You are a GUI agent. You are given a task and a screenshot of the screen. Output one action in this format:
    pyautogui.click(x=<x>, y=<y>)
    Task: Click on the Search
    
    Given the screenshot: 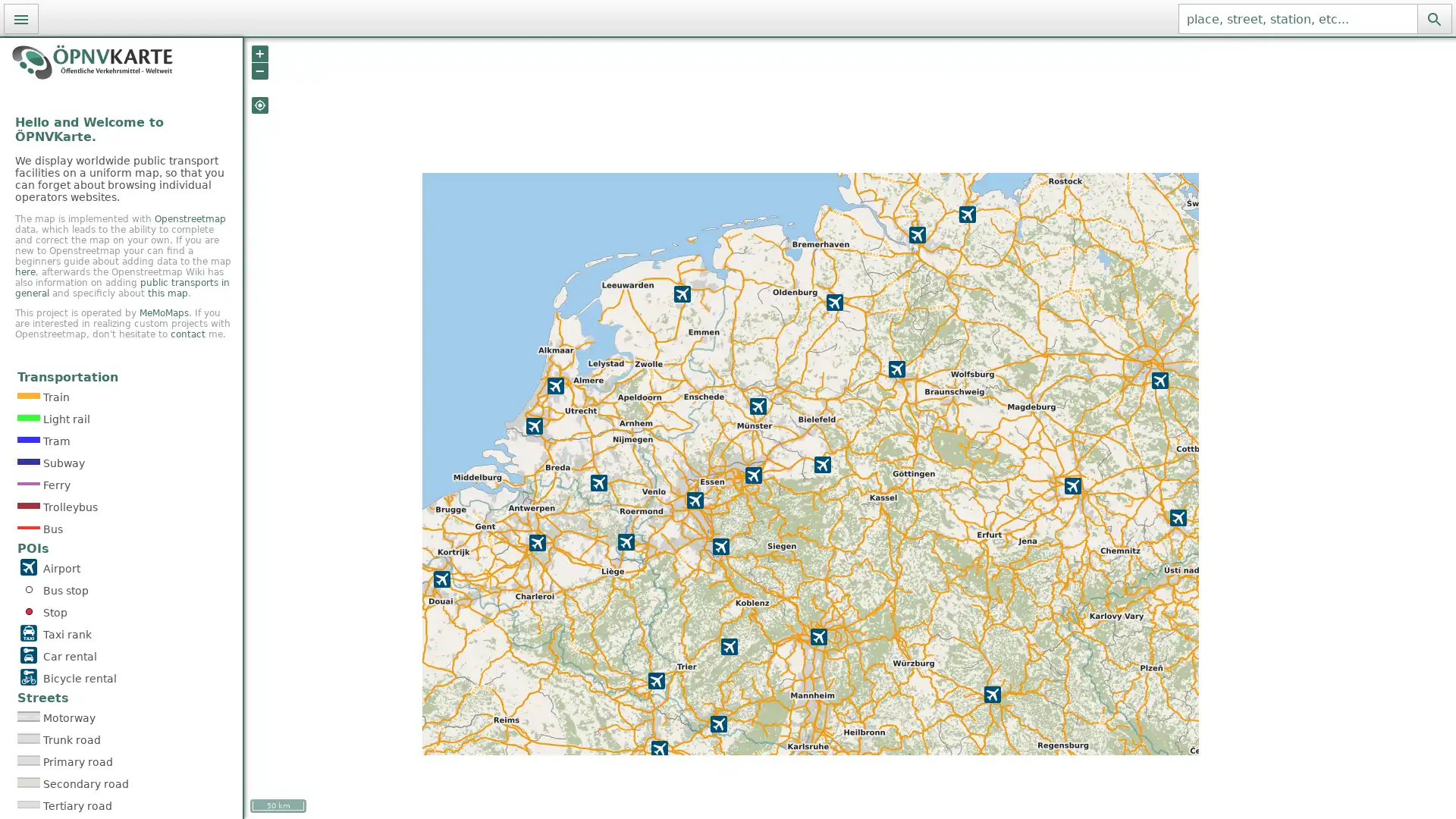 What is the action you would take?
    pyautogui.click(x=1433, y=18)
    